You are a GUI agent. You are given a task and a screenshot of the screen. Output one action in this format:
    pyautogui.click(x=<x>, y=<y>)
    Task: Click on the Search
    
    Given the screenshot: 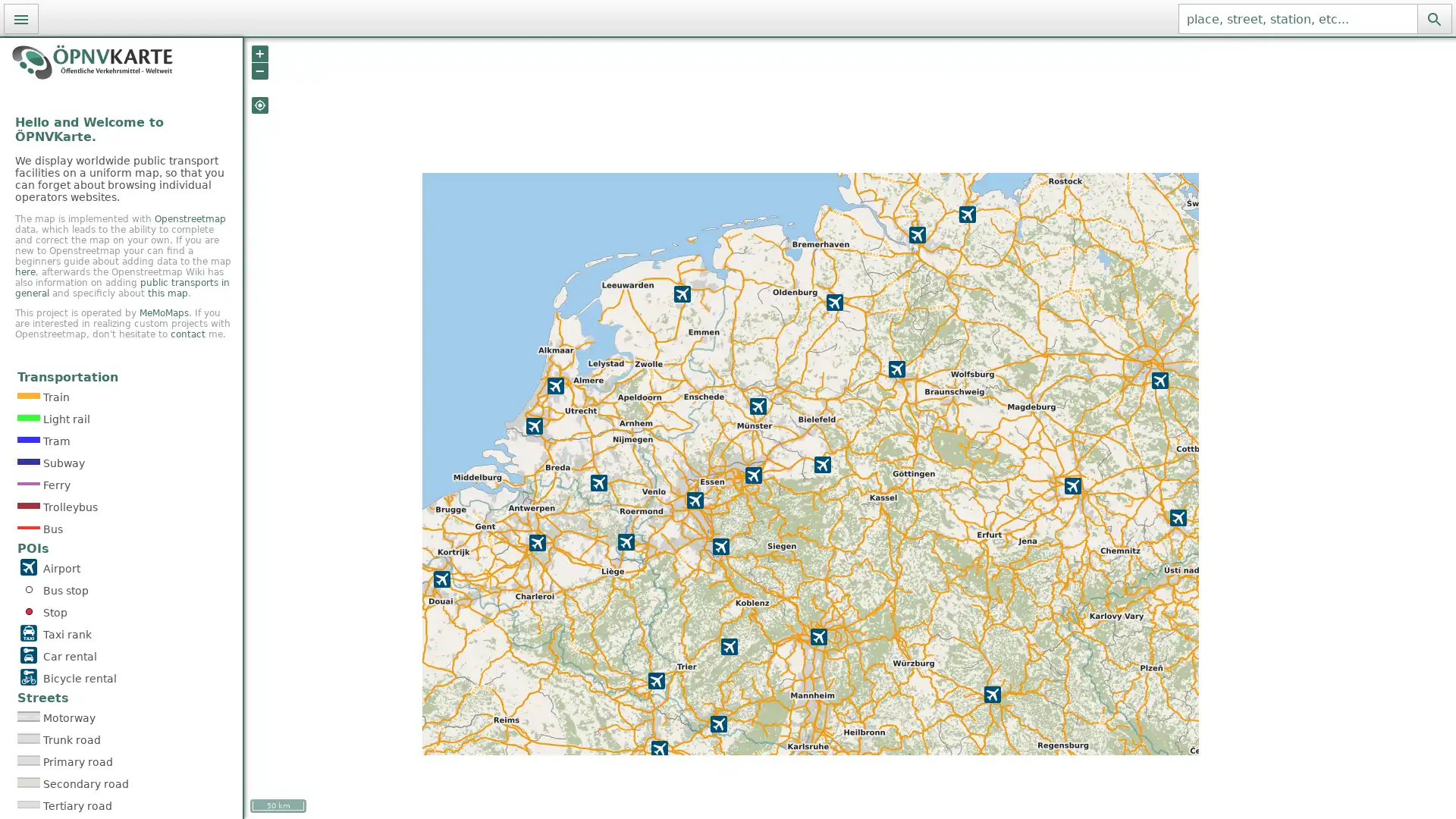 What is the action you would take?
    pyautogui.click(x=1433, y=18)
    